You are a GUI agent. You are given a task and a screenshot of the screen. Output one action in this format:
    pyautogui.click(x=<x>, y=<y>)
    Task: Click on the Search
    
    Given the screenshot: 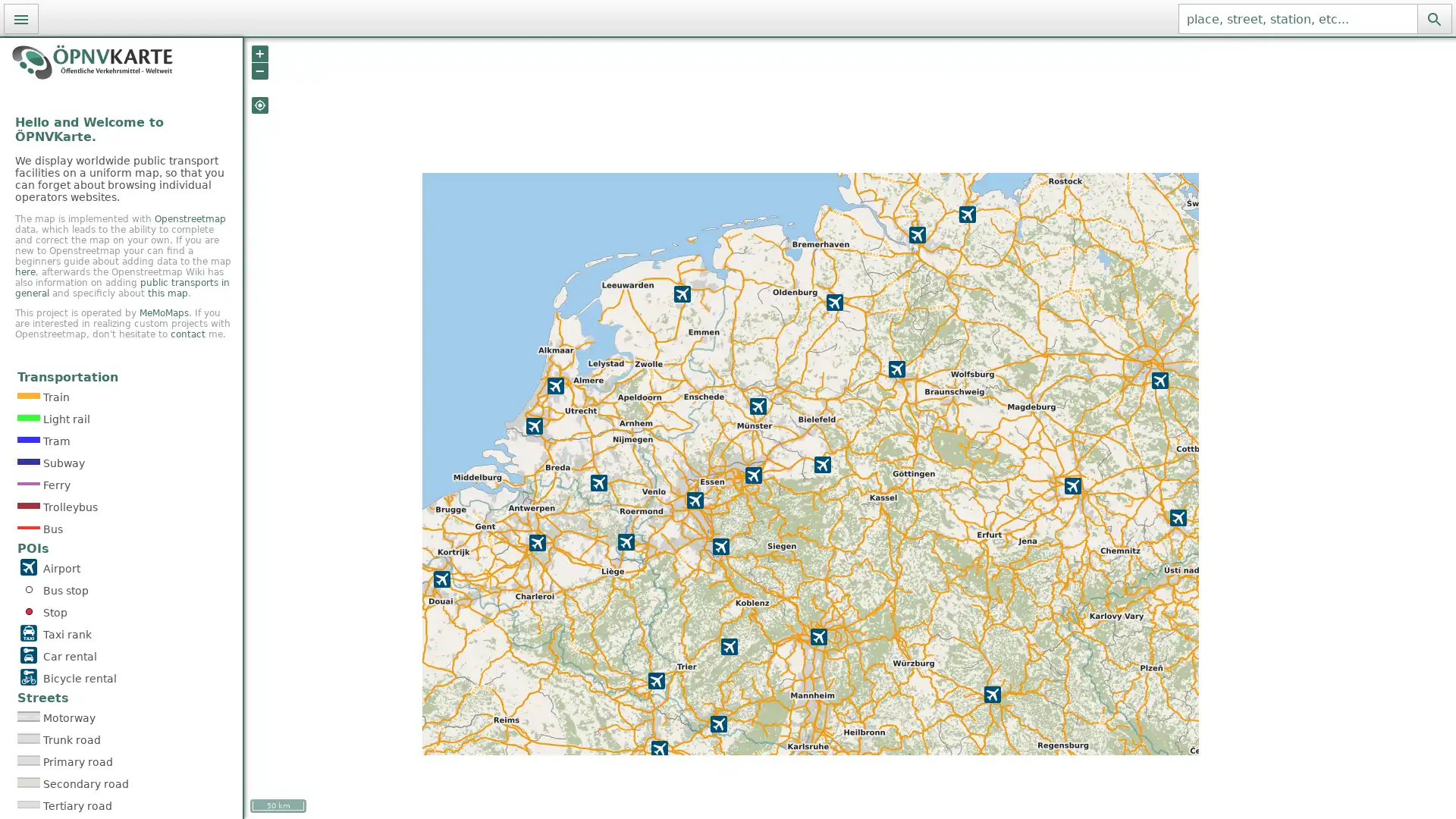 What is the action you would take?
    pyautogui.click(x=1433, y=18)
    